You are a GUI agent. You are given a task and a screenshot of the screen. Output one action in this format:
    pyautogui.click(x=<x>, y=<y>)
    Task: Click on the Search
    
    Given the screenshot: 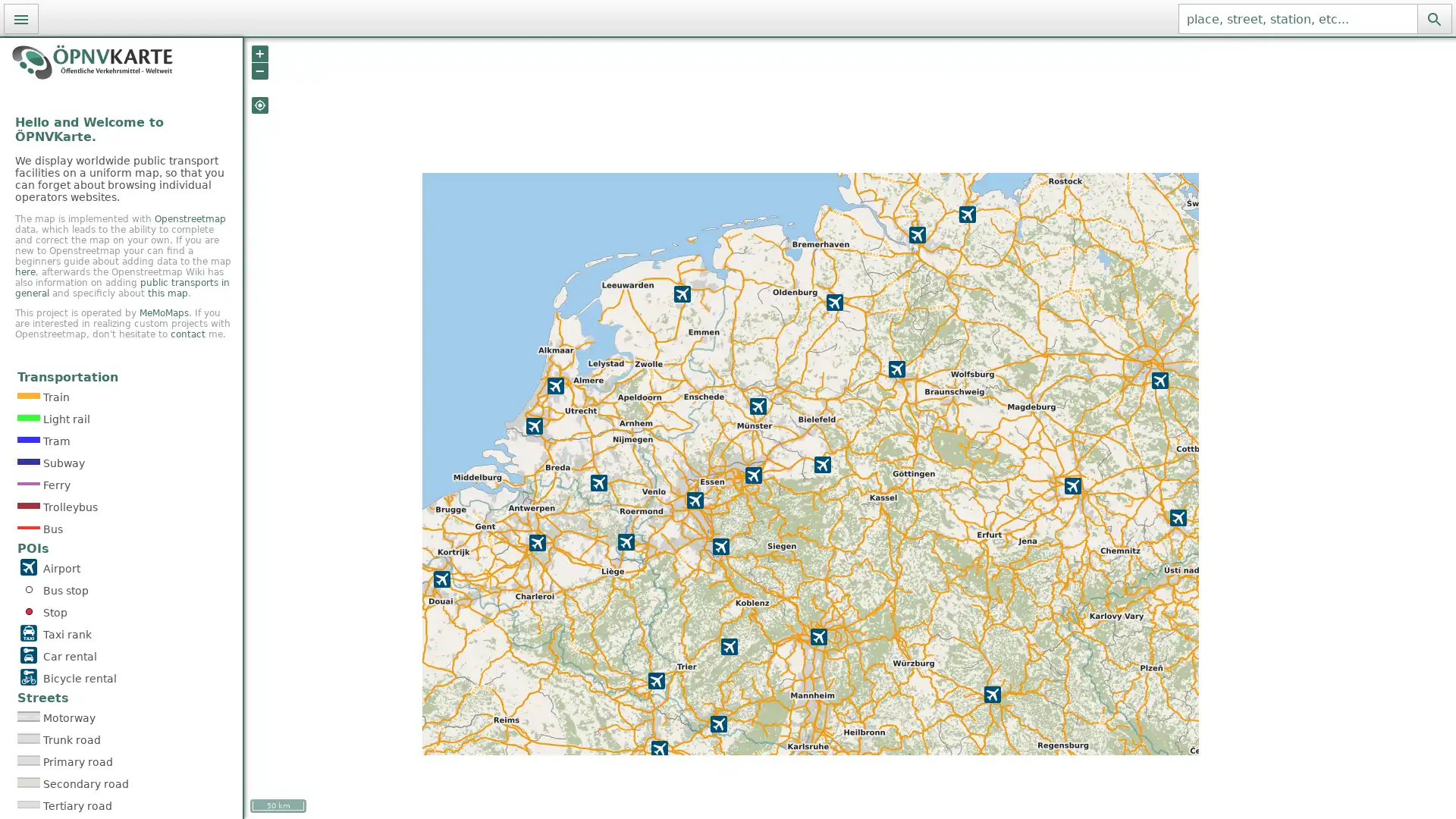 What is the action you would take?
    pyautogui.click(x=1433, y=18)
    